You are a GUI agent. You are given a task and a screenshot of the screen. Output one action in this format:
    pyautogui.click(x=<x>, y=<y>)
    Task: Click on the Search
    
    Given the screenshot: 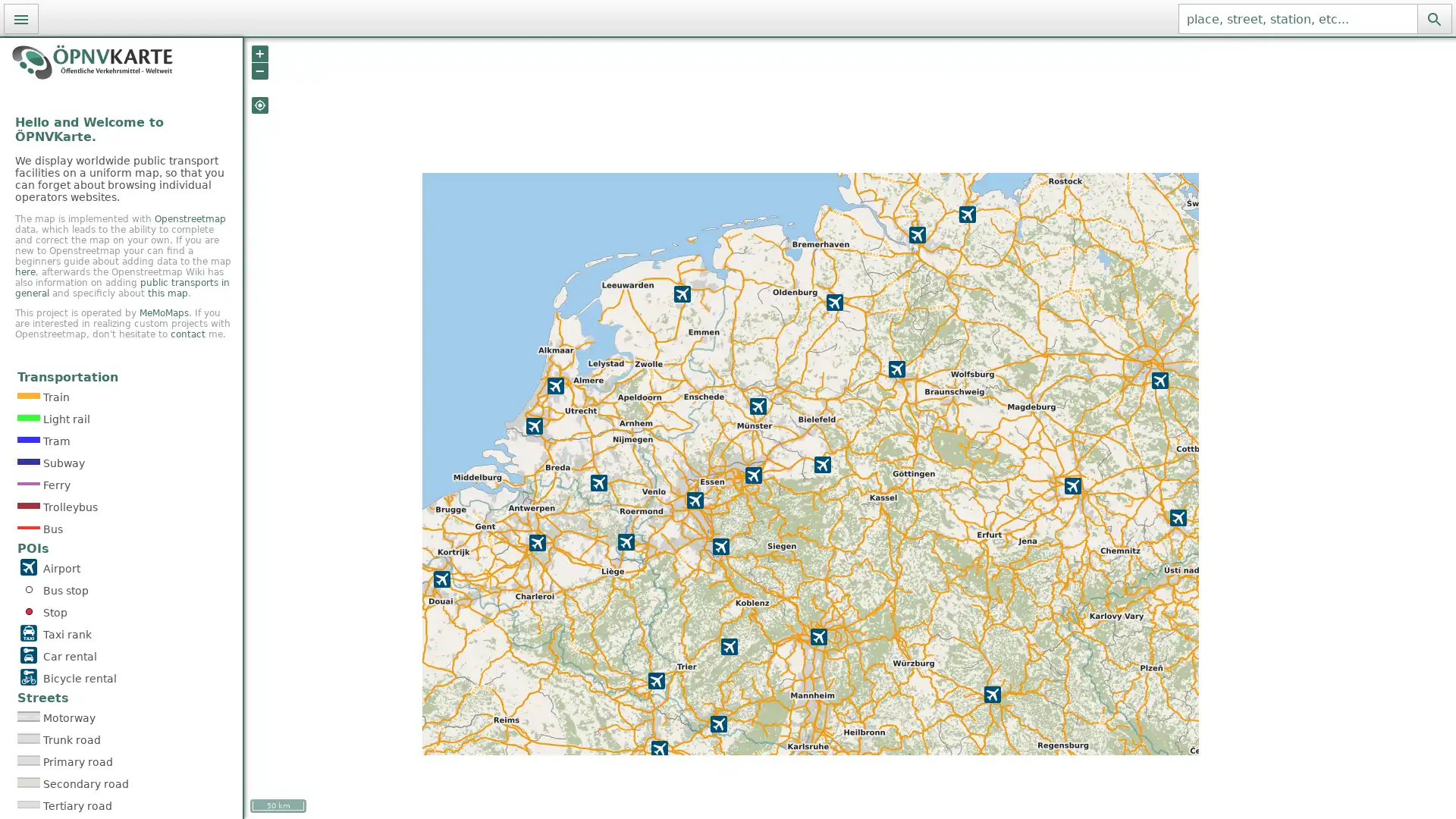 What is the action you would take?
    pyautogui.click(x=1433, y=18)
    